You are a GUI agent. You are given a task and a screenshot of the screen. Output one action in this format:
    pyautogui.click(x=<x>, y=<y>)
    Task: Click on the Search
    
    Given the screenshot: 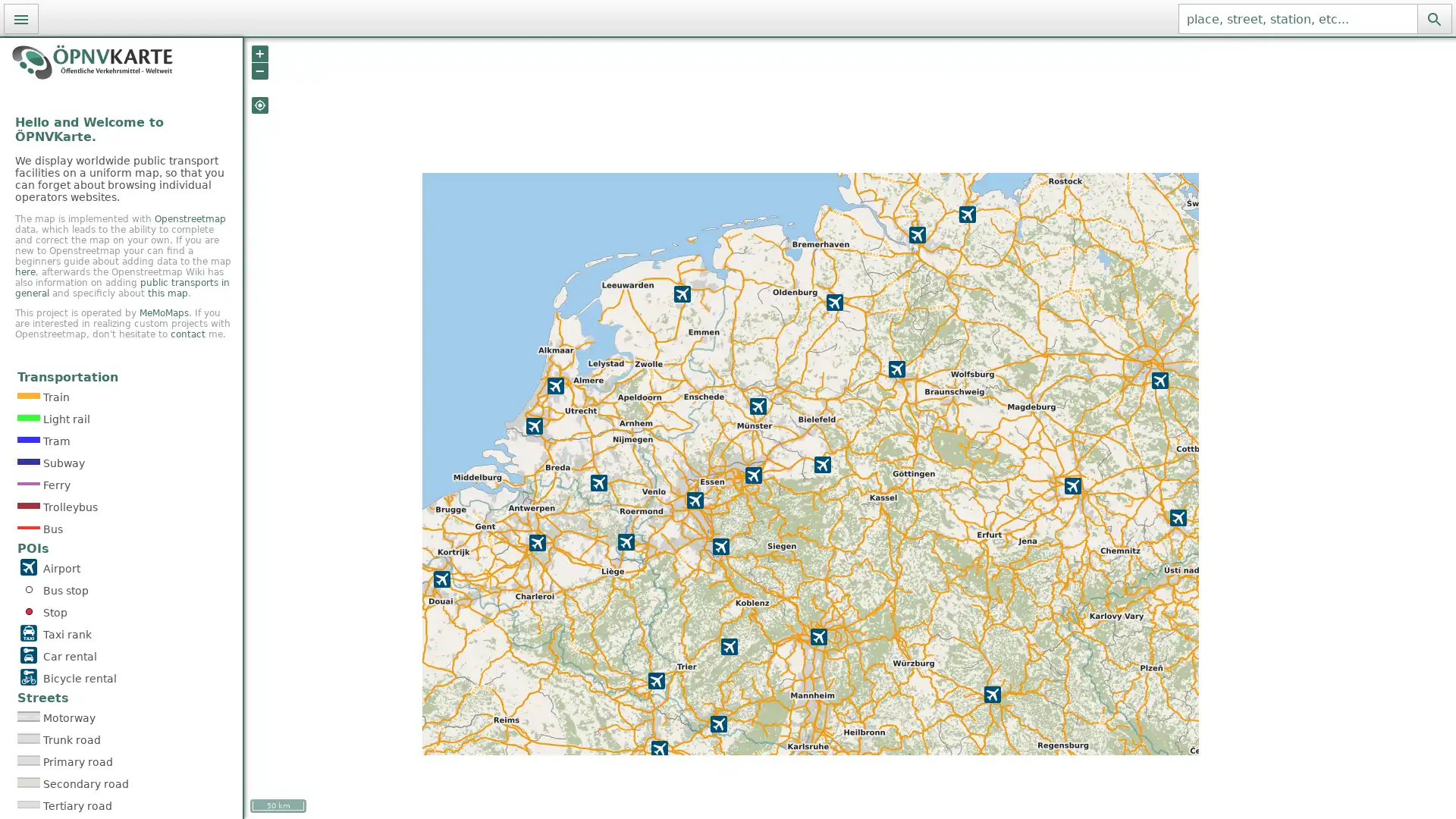 What is the action you would take?
    pyautogui.click(x=1433, y=18)
    